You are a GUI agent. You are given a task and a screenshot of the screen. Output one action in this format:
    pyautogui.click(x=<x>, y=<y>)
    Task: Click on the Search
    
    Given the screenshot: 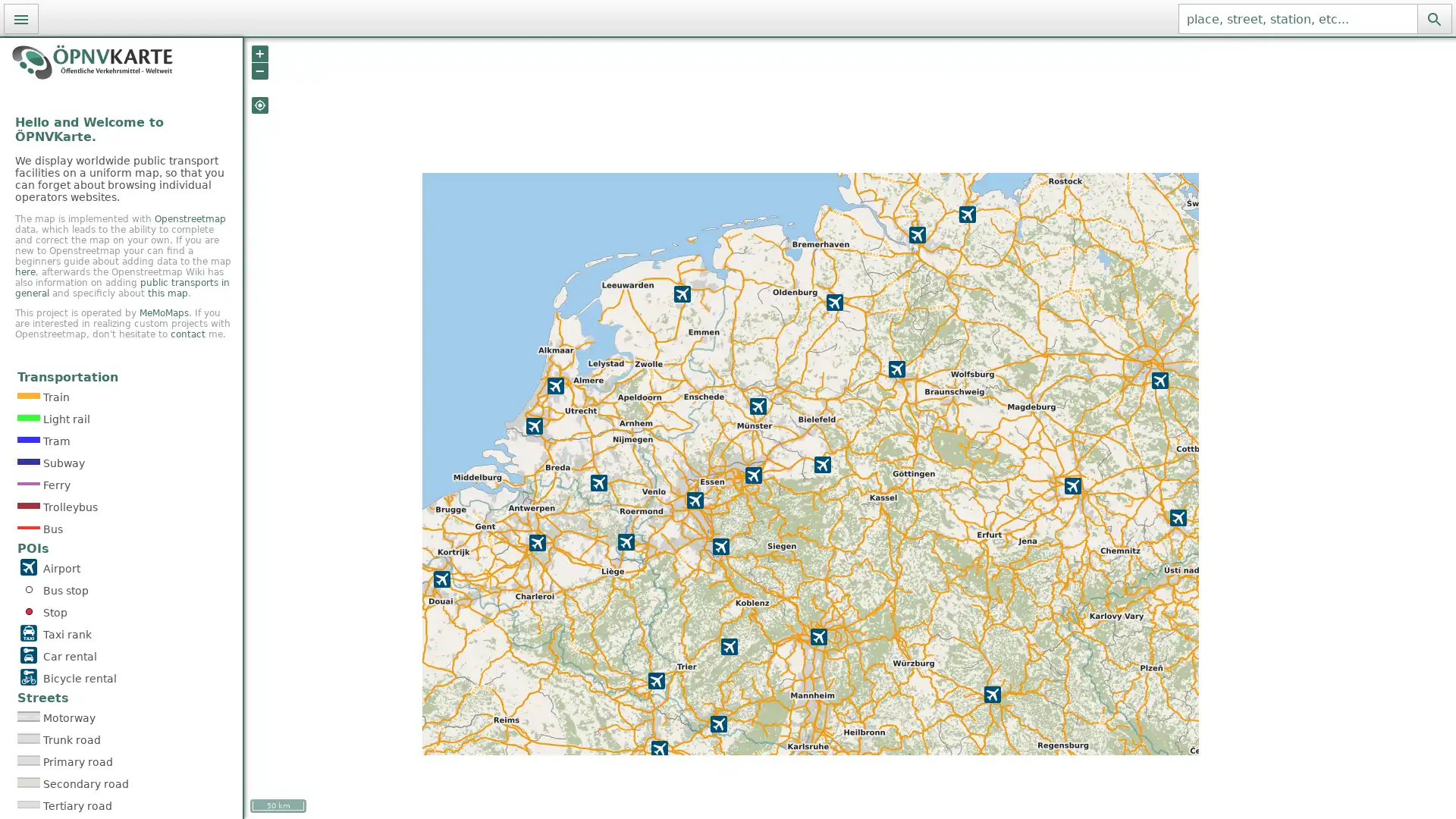 What is the action you would take?
    pyautogui.click(x=1433, y=18)
    